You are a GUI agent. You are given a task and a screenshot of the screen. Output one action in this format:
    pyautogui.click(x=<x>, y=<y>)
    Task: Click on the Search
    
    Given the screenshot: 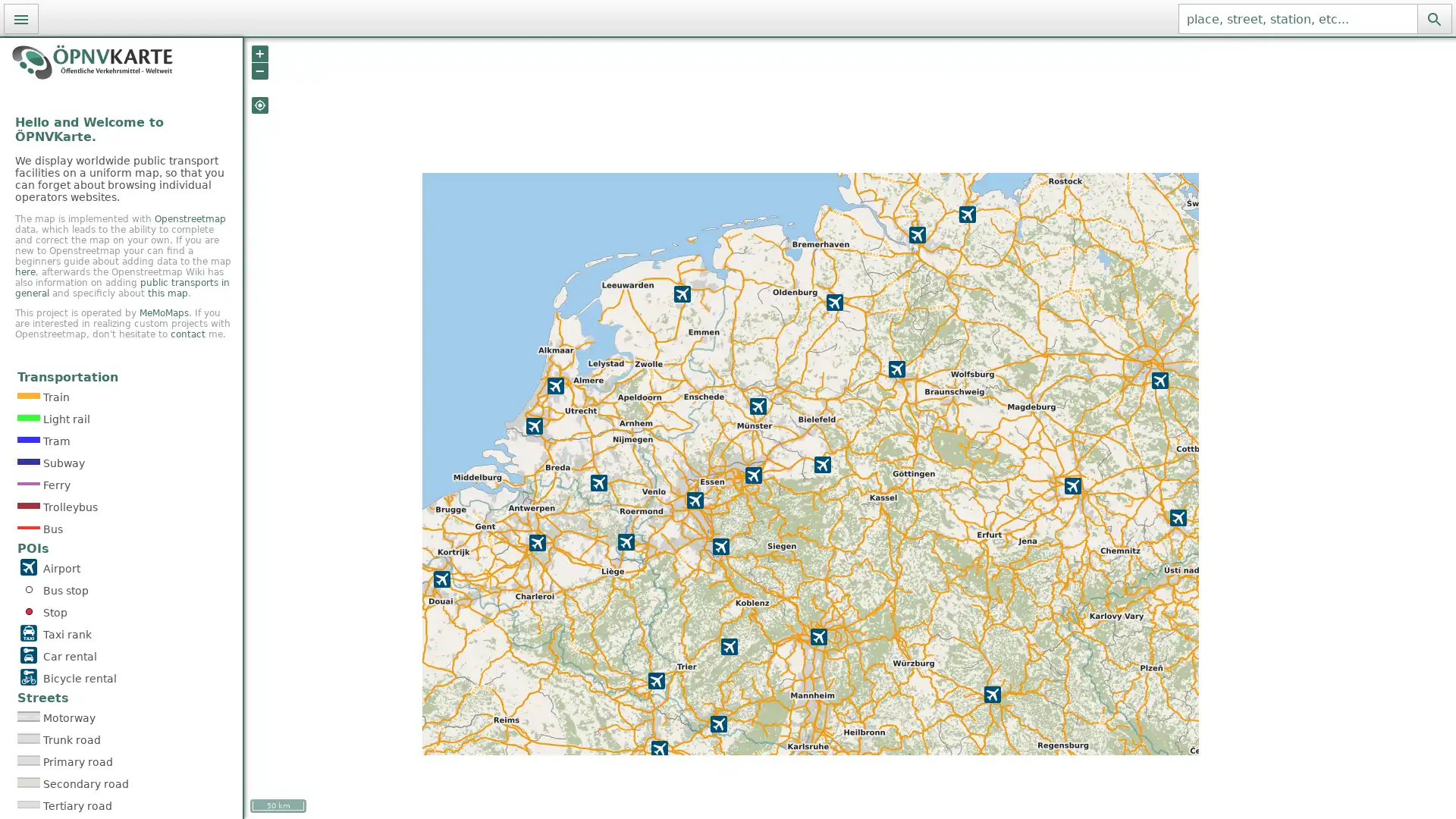 What is the action you would take?
    pyautogui.click(x=1433, y=18)
    